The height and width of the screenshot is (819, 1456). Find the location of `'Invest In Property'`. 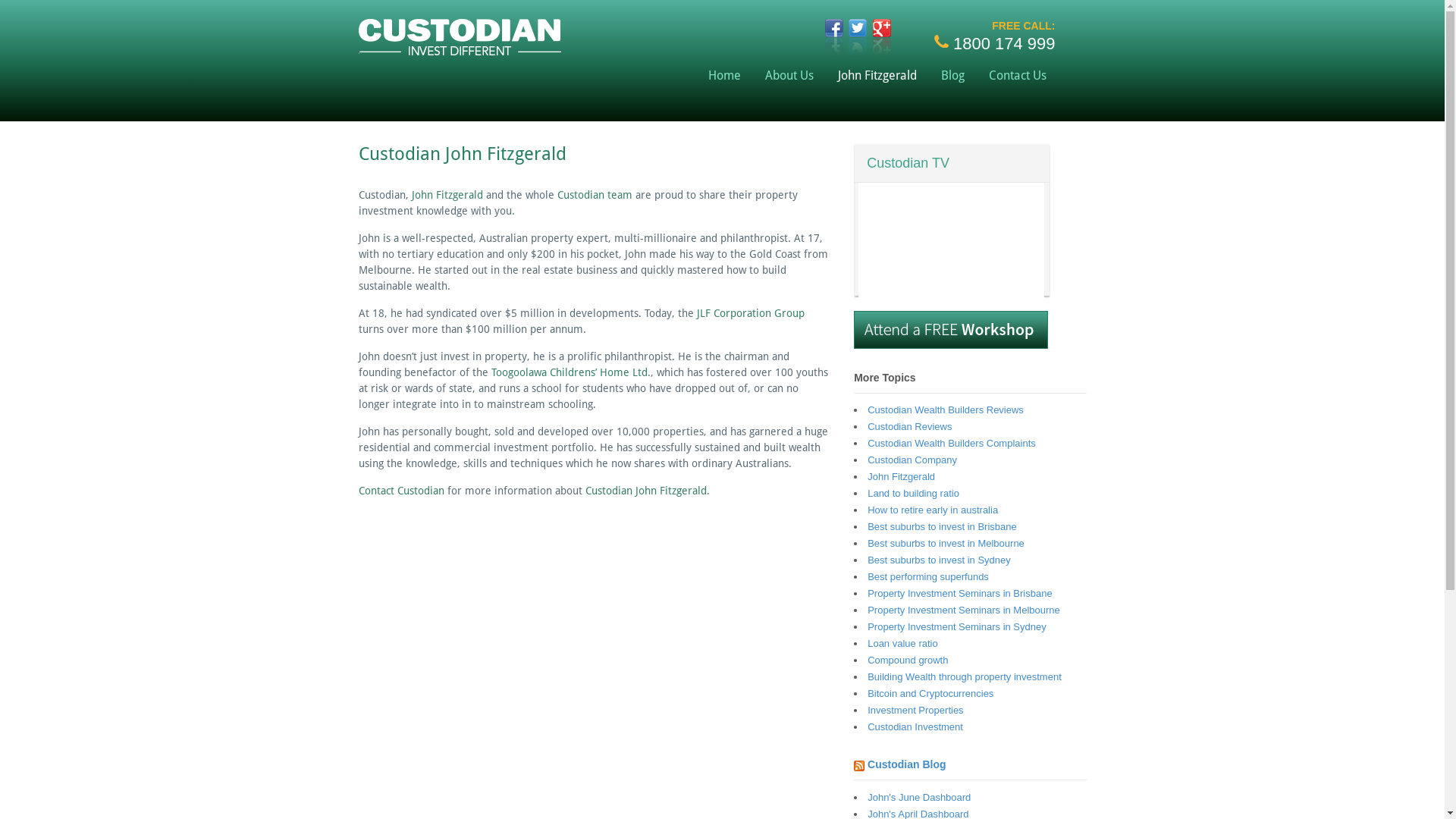

'Invest In Property' is located at coordinates (458, 48).